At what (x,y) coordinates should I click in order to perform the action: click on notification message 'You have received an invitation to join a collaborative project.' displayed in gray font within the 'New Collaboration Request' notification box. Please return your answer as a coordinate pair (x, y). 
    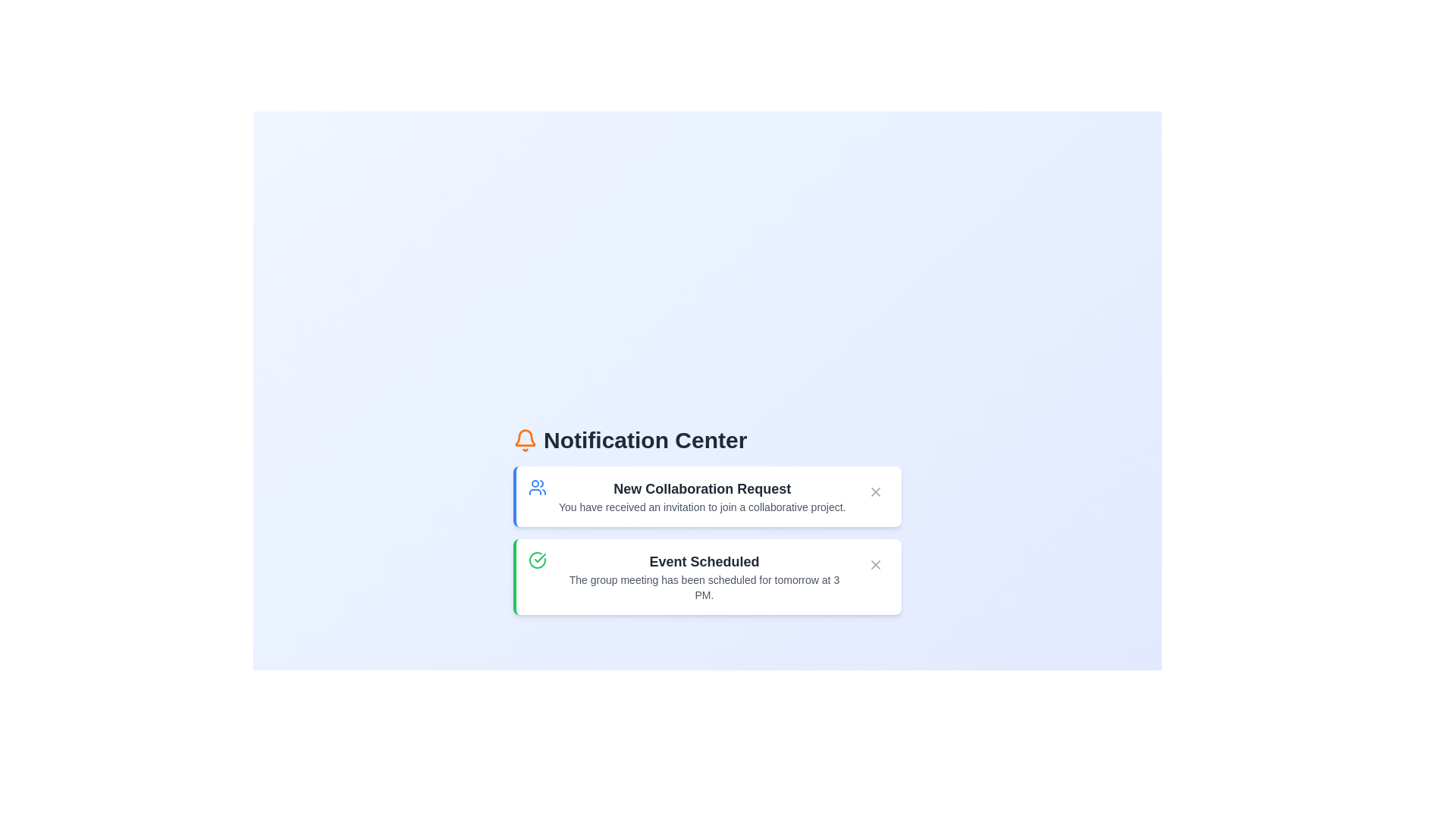
    Looking at the image, I should click on (701, 507).